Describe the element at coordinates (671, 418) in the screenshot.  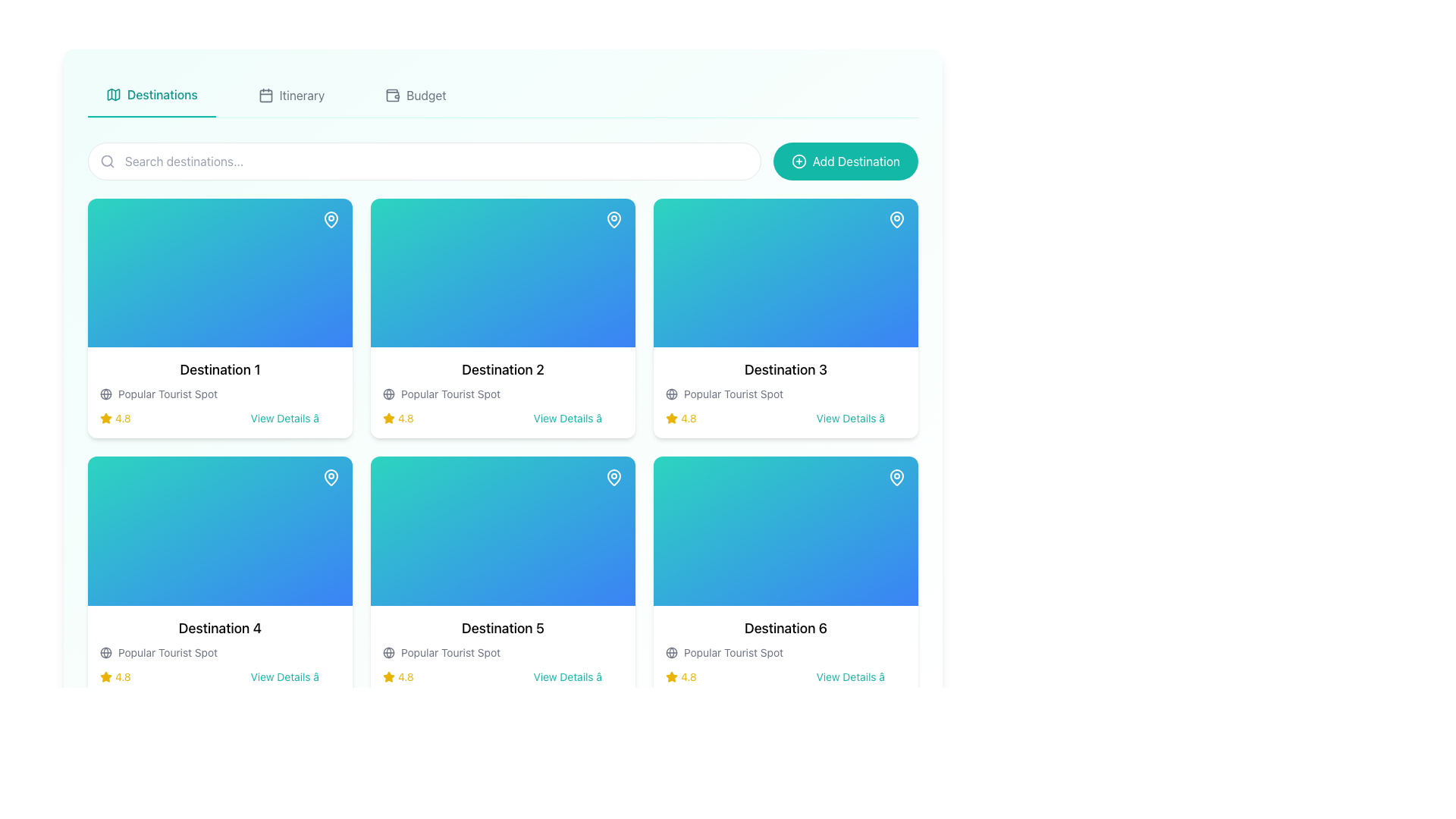
I see `the first star icon, which is a golden-yellow five-pointed star, to rate it` at that location.